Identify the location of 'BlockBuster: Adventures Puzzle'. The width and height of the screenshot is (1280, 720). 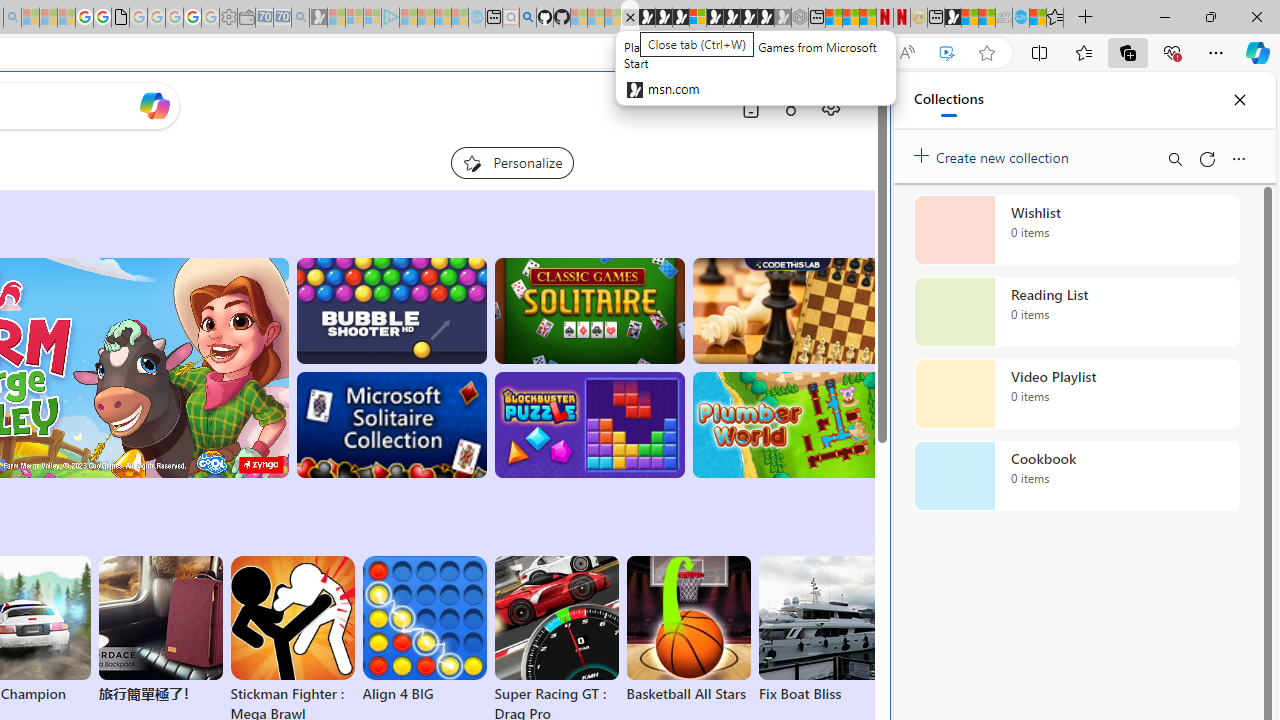
(588, 424).